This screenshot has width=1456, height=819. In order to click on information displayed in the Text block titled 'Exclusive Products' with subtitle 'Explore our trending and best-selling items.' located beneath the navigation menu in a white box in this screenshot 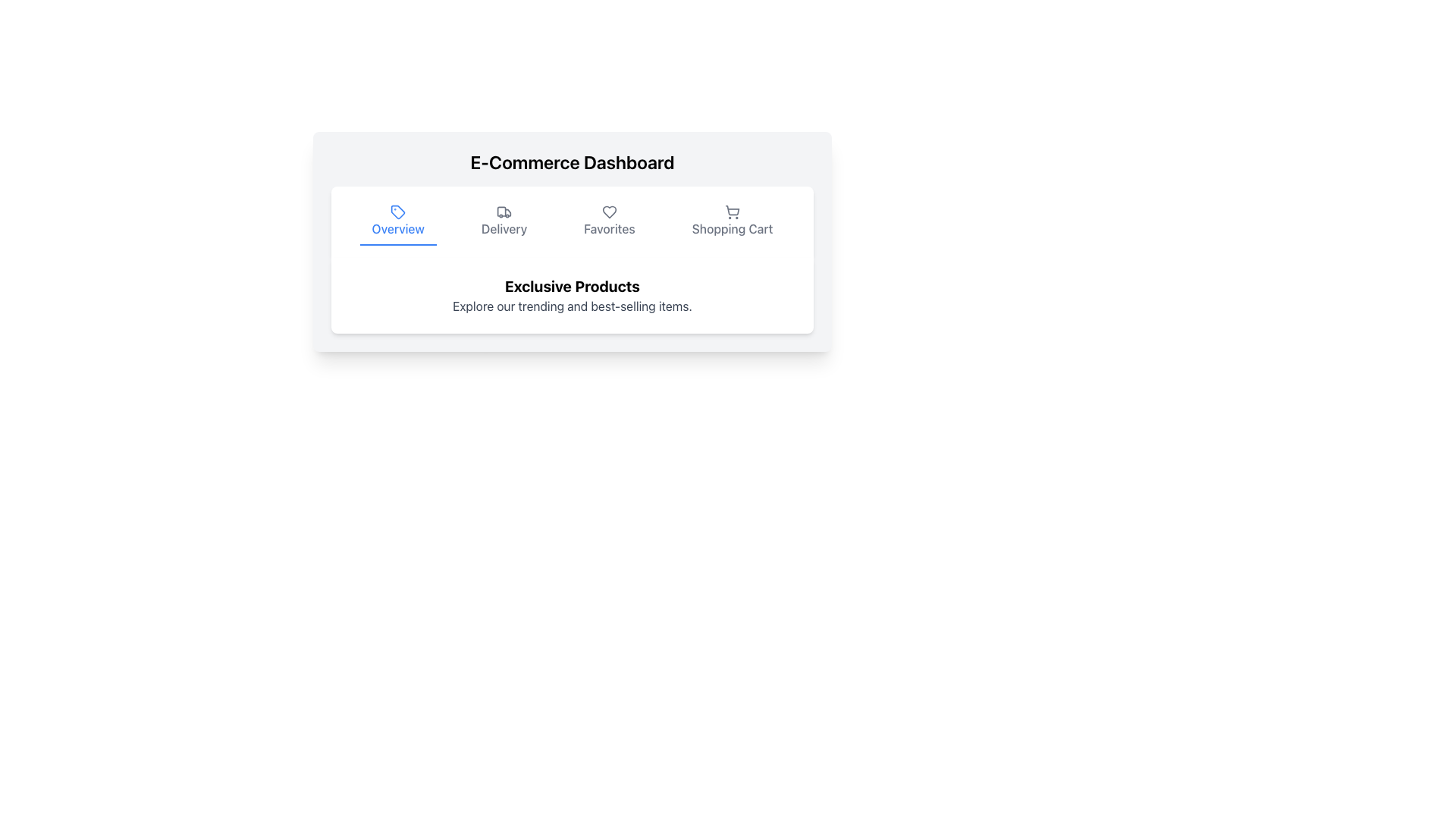, I will do `click(571, 295)`.